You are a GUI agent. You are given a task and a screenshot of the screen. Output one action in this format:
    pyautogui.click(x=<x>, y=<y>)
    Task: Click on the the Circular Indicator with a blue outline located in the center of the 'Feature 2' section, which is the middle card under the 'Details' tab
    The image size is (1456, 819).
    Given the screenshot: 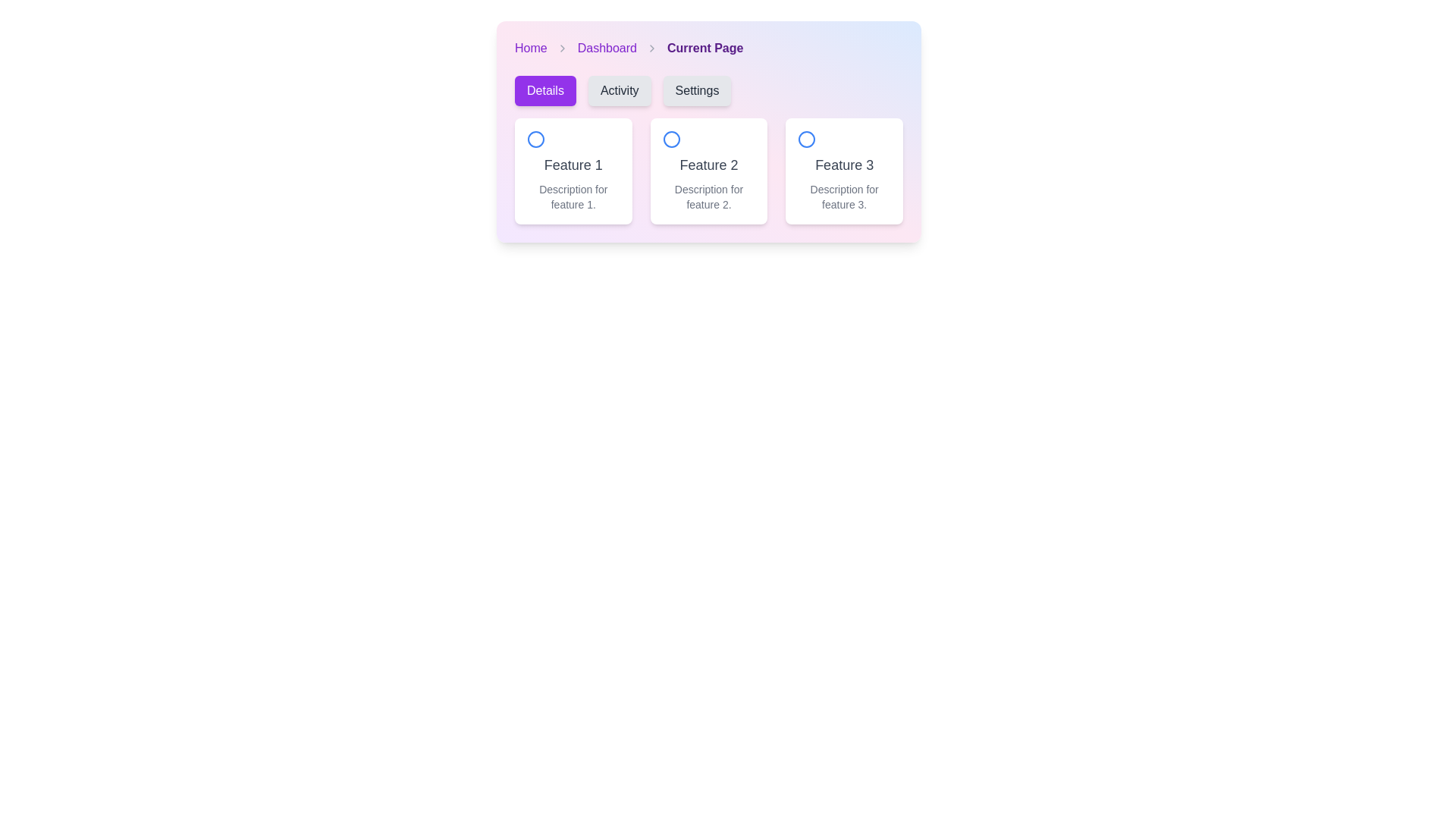 What is the action you would take?
    pyautogui.click(x=670, y=140)
    